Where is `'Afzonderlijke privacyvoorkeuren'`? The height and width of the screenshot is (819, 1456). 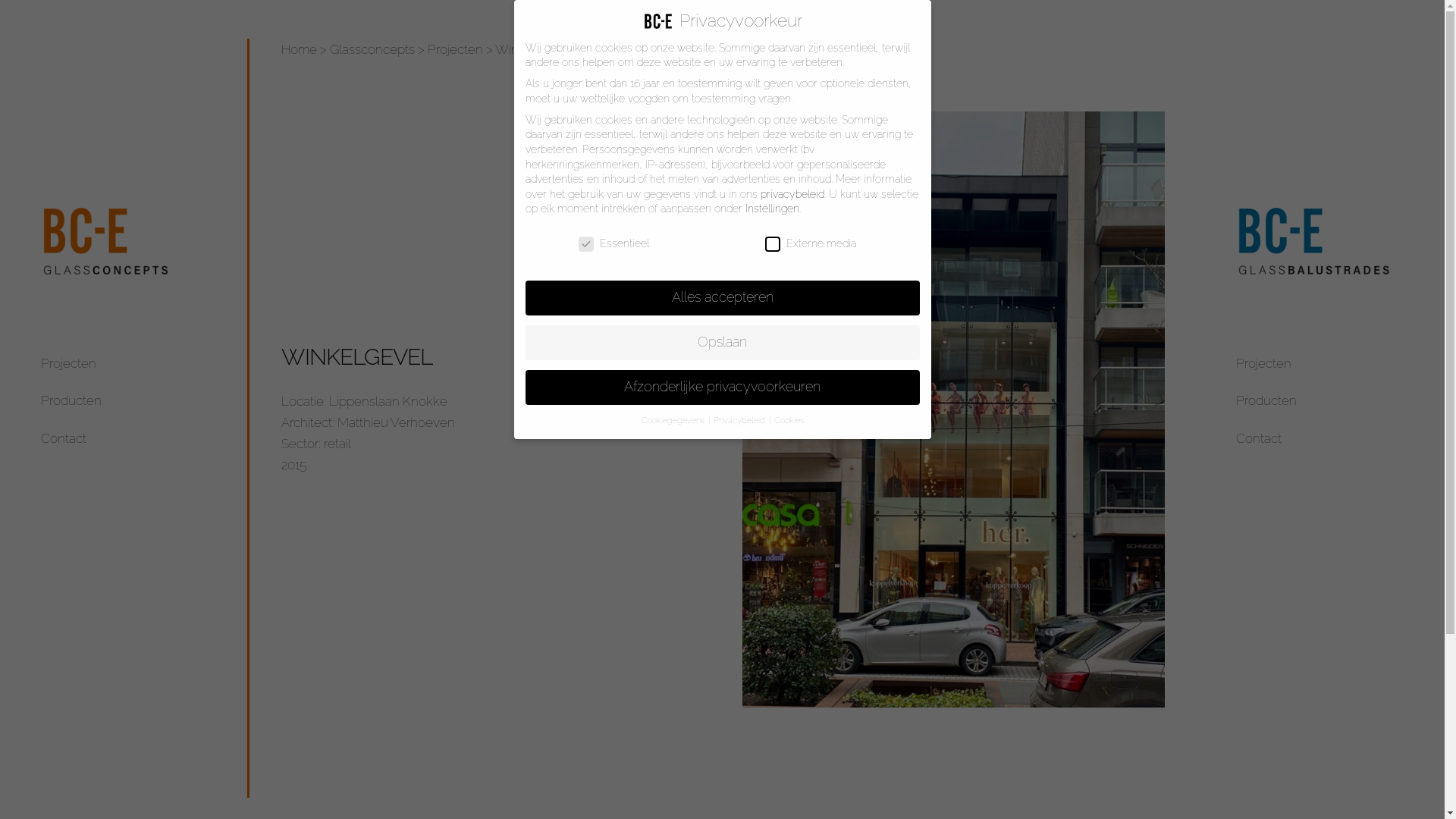
'Afzonderlijke privacyvoorkeuren' is located at coordinates (720, 386).